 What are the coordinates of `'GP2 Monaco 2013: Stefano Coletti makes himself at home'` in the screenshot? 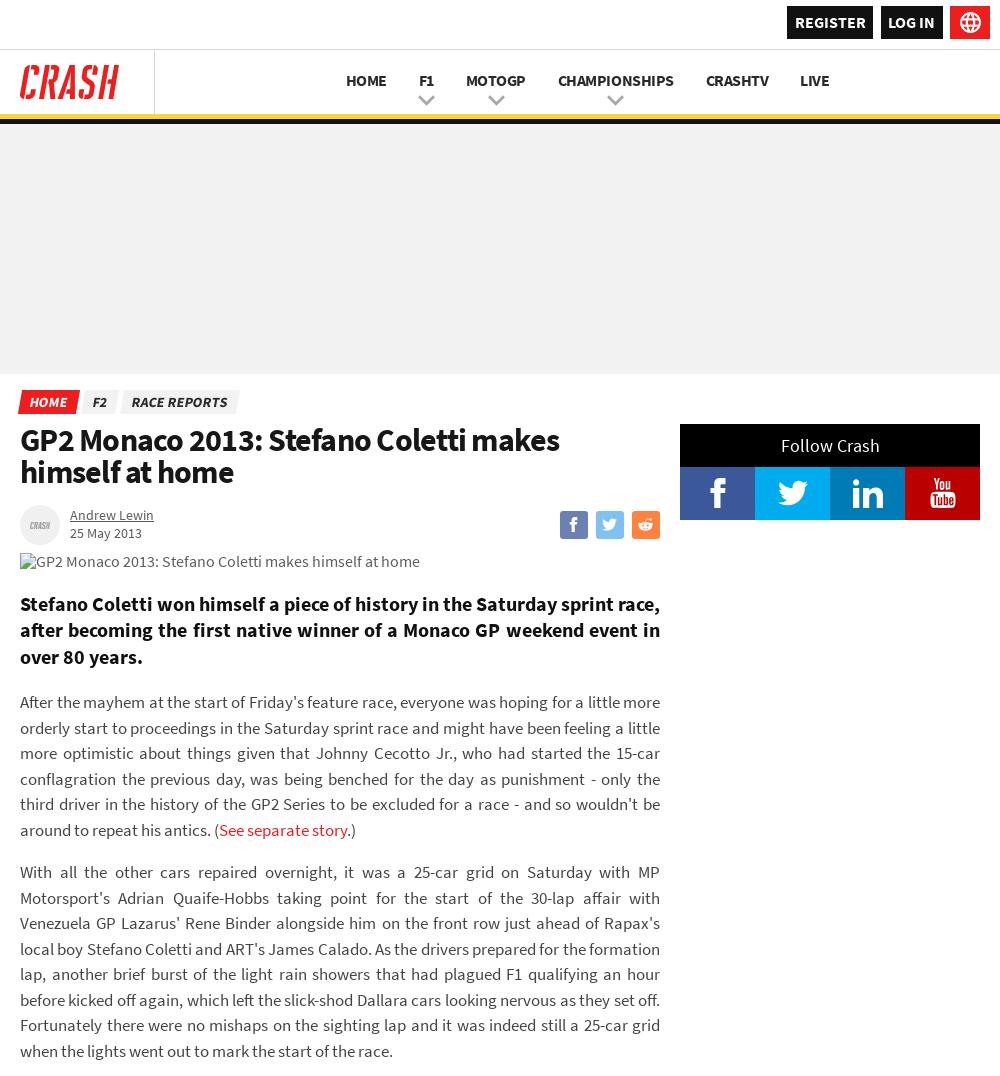 It's located at (289, 454).